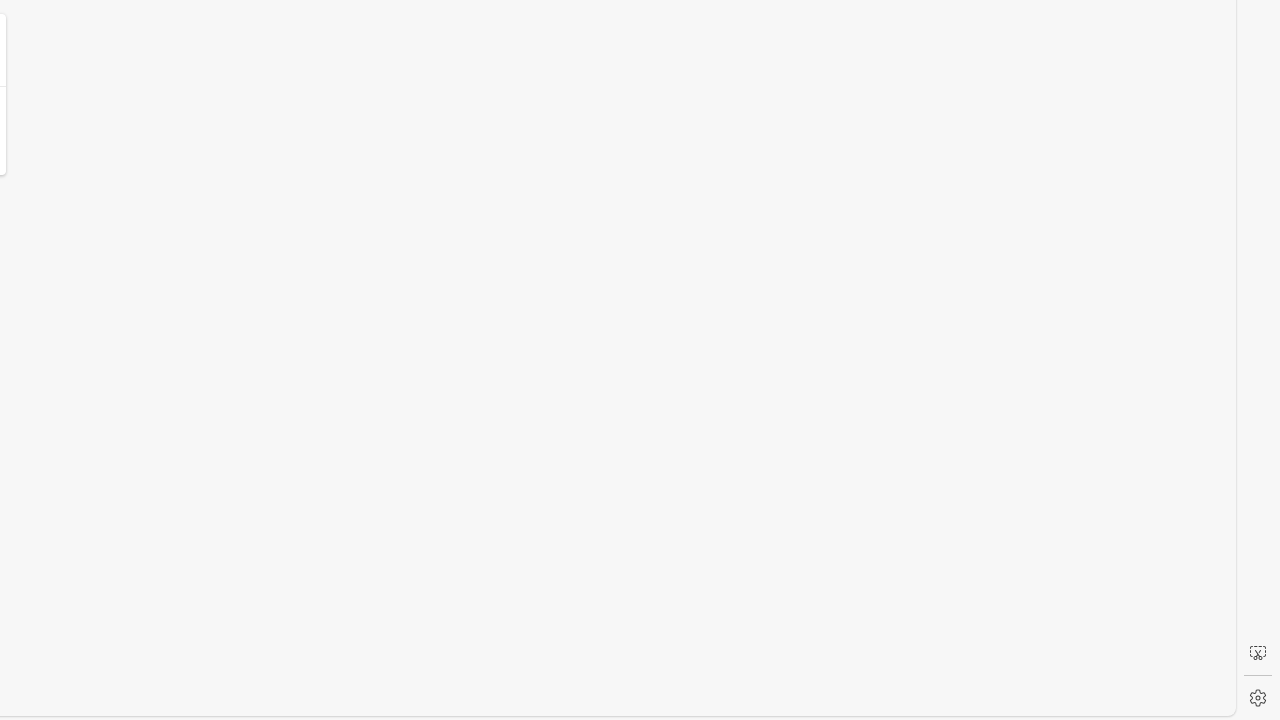 Image resolution: width=1280 pixels, height=720 pixels. I want to click on 'Settings', so click(1256, 696).